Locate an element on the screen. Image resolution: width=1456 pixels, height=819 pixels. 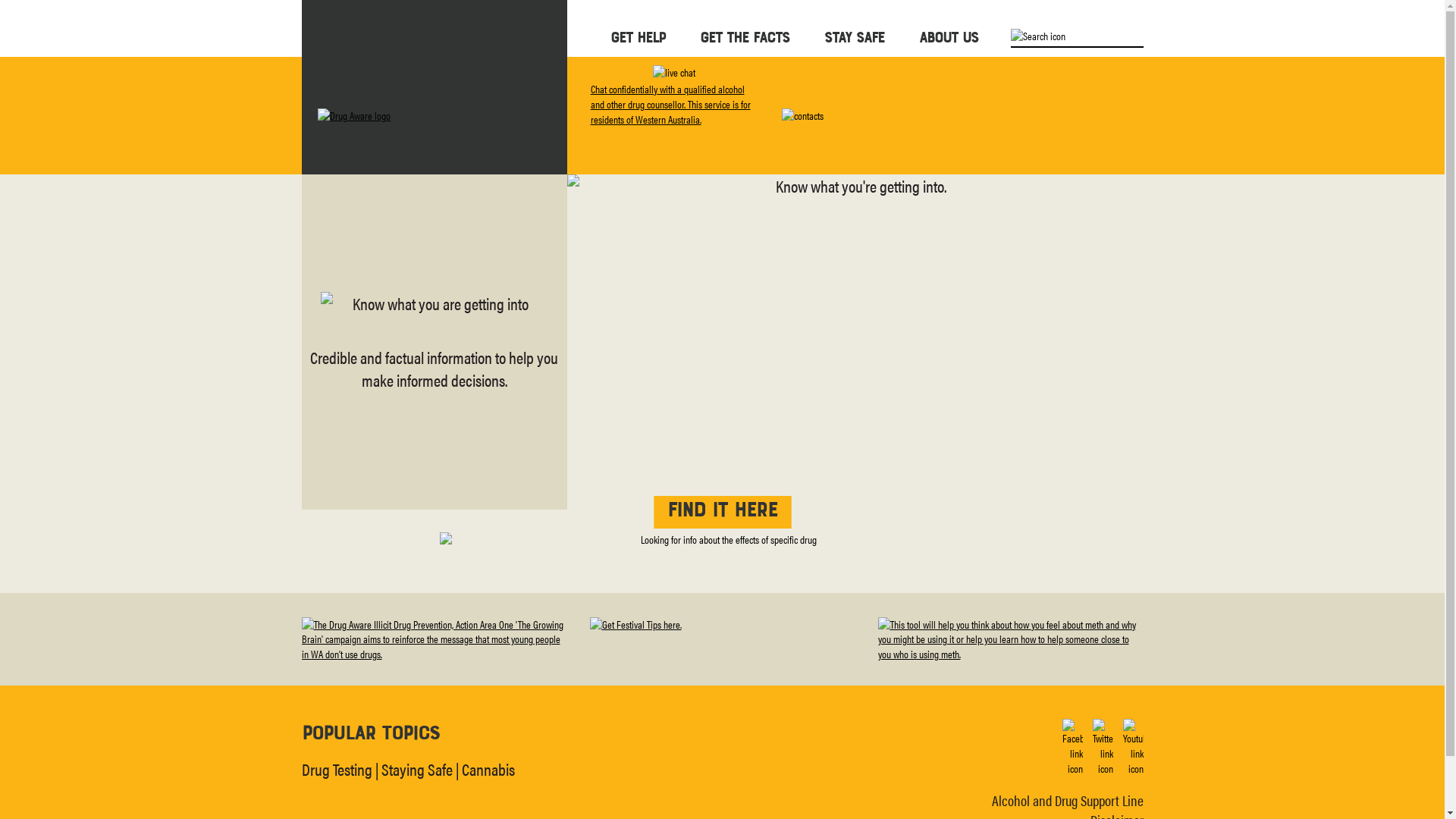
'Find it here' is located at coordinates (721, 512).